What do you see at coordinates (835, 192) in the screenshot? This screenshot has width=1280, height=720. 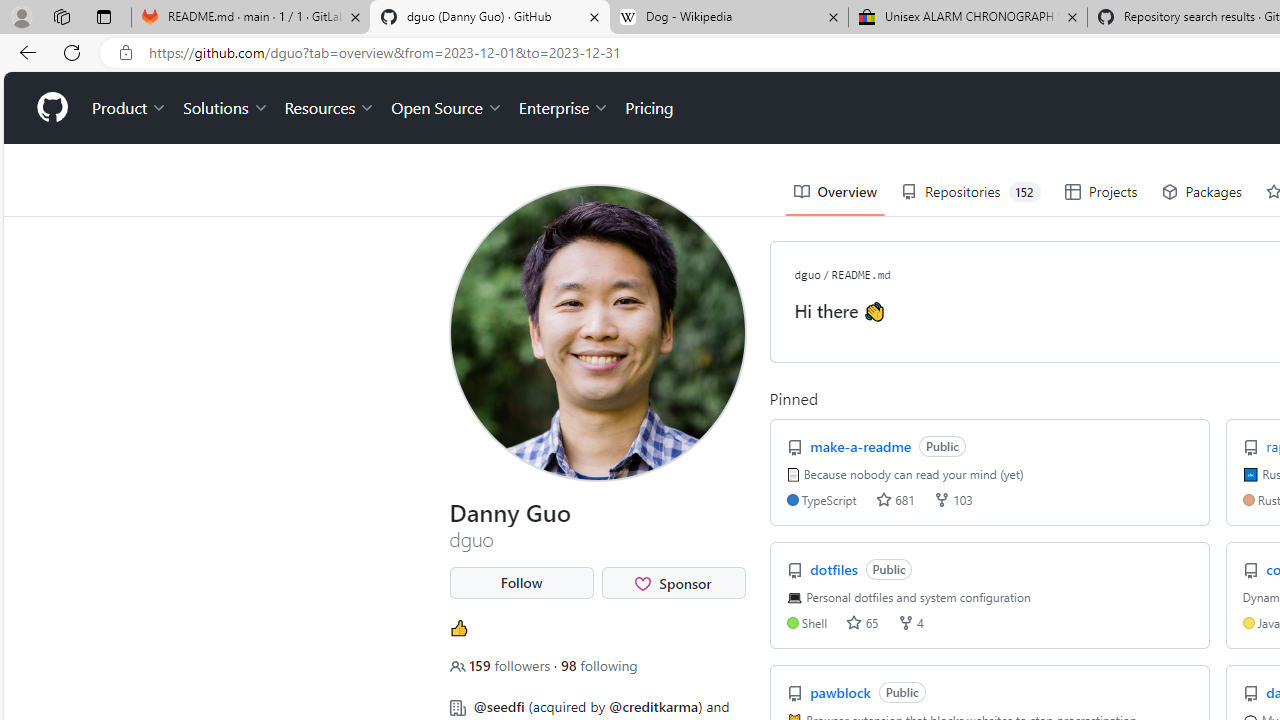 I see `'Overview'` at bounding box center [835, 192].